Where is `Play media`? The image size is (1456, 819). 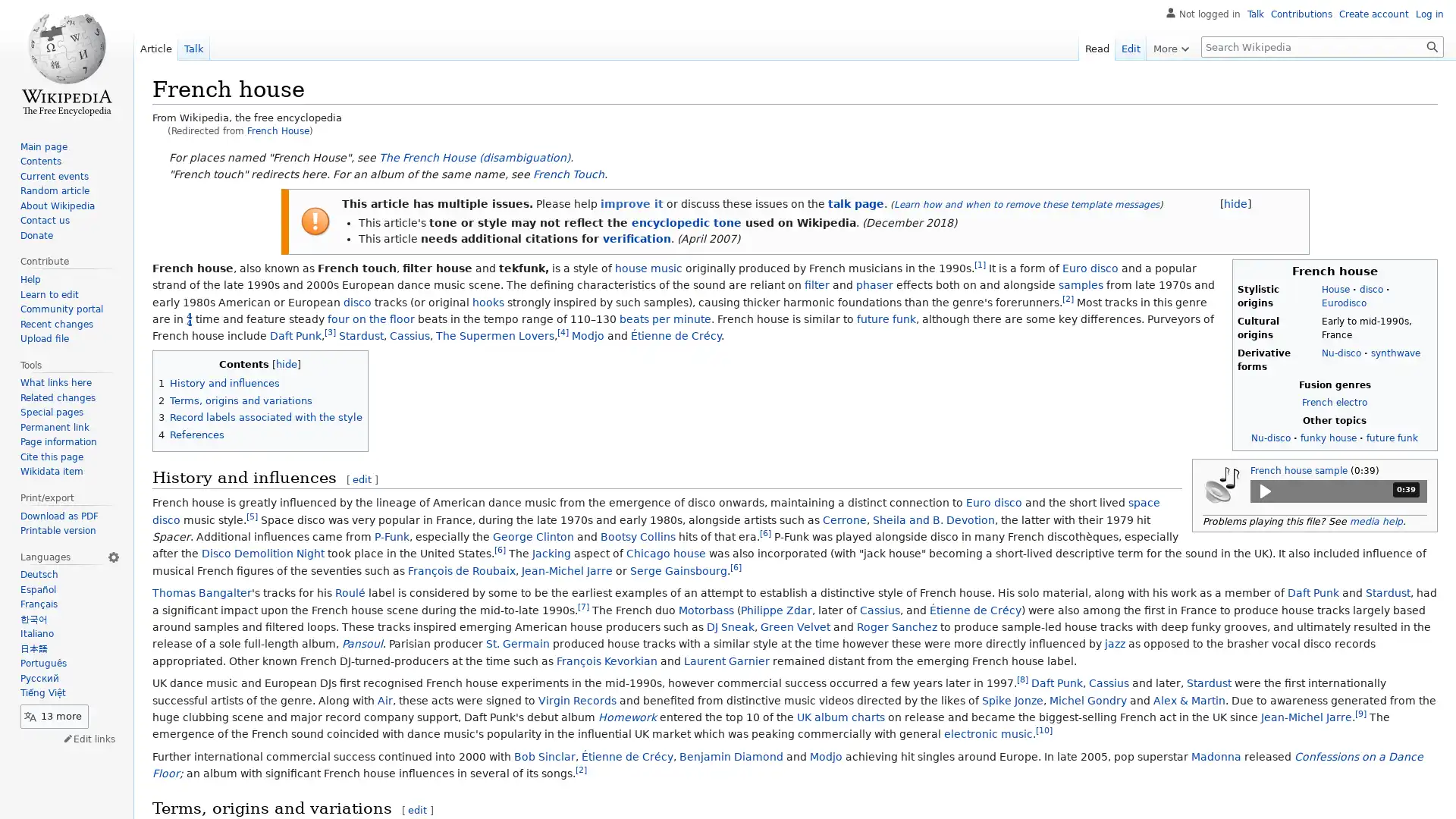
Play media is located at coordinates (1338, 491).